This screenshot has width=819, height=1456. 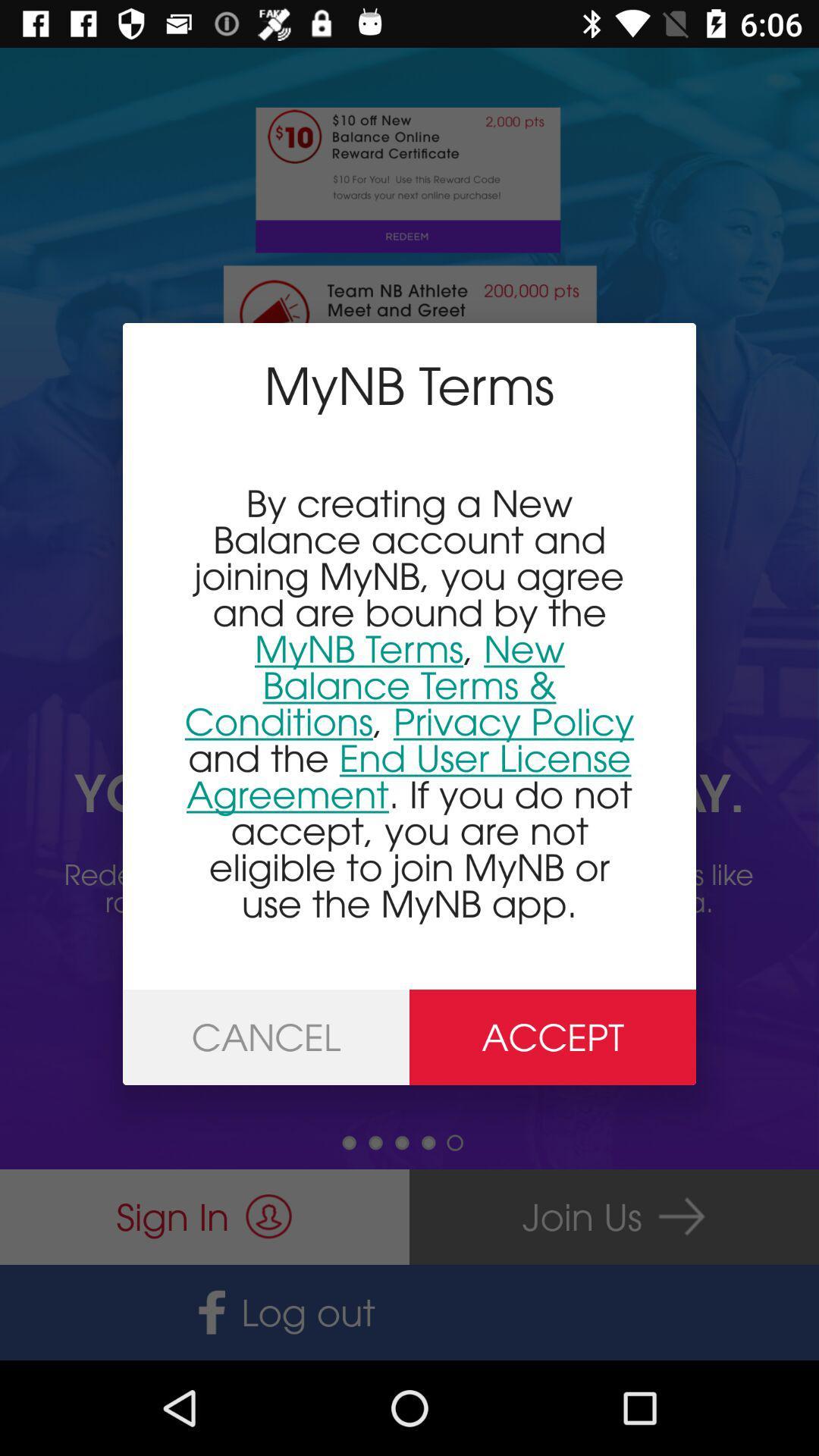 What do you see at coordinates (553, 1037) in the screenshot?
I see `item below by creating a` at bounding box center [553, 1037].